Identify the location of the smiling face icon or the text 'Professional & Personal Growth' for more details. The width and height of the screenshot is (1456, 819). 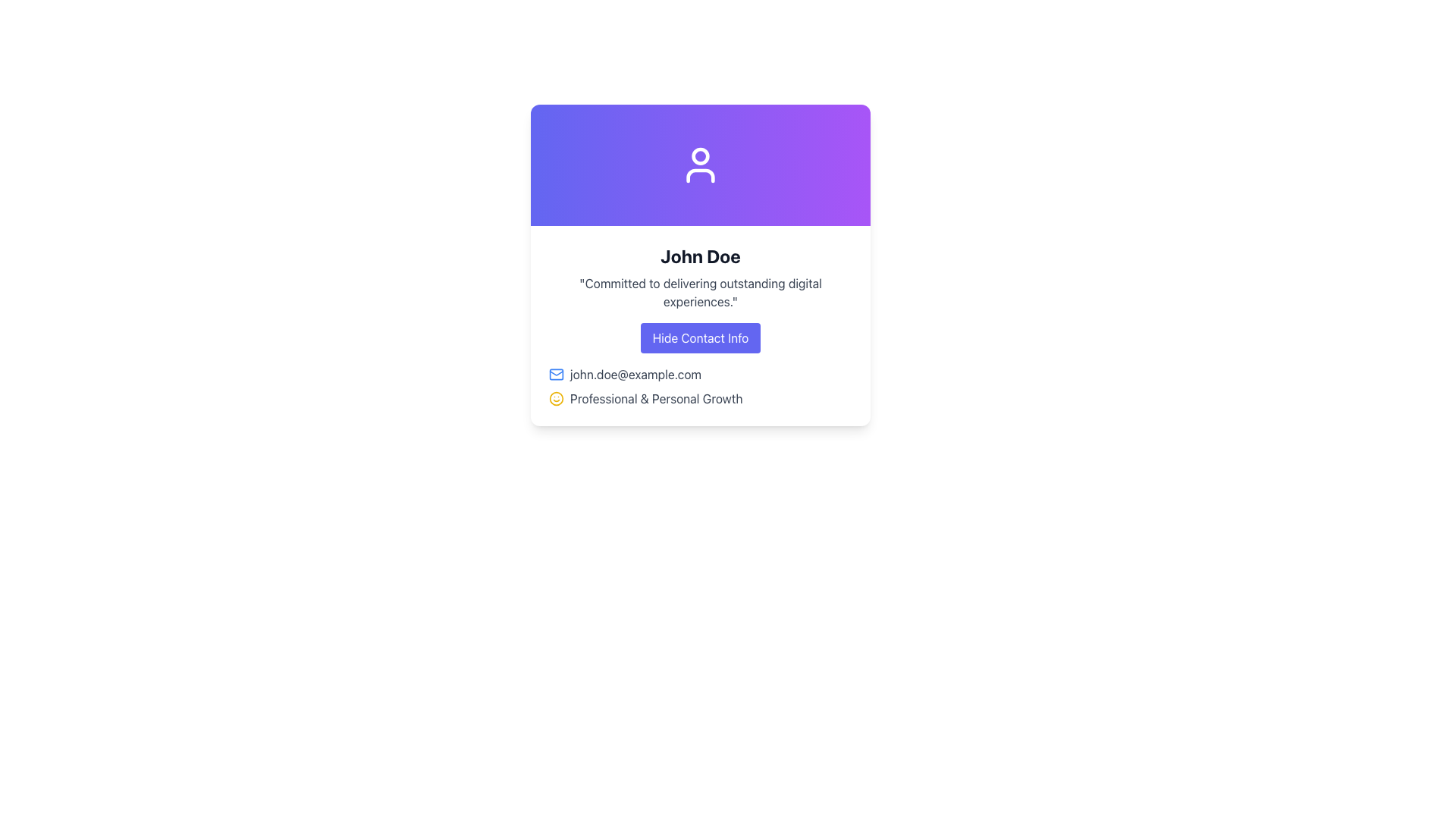
(700, 397).